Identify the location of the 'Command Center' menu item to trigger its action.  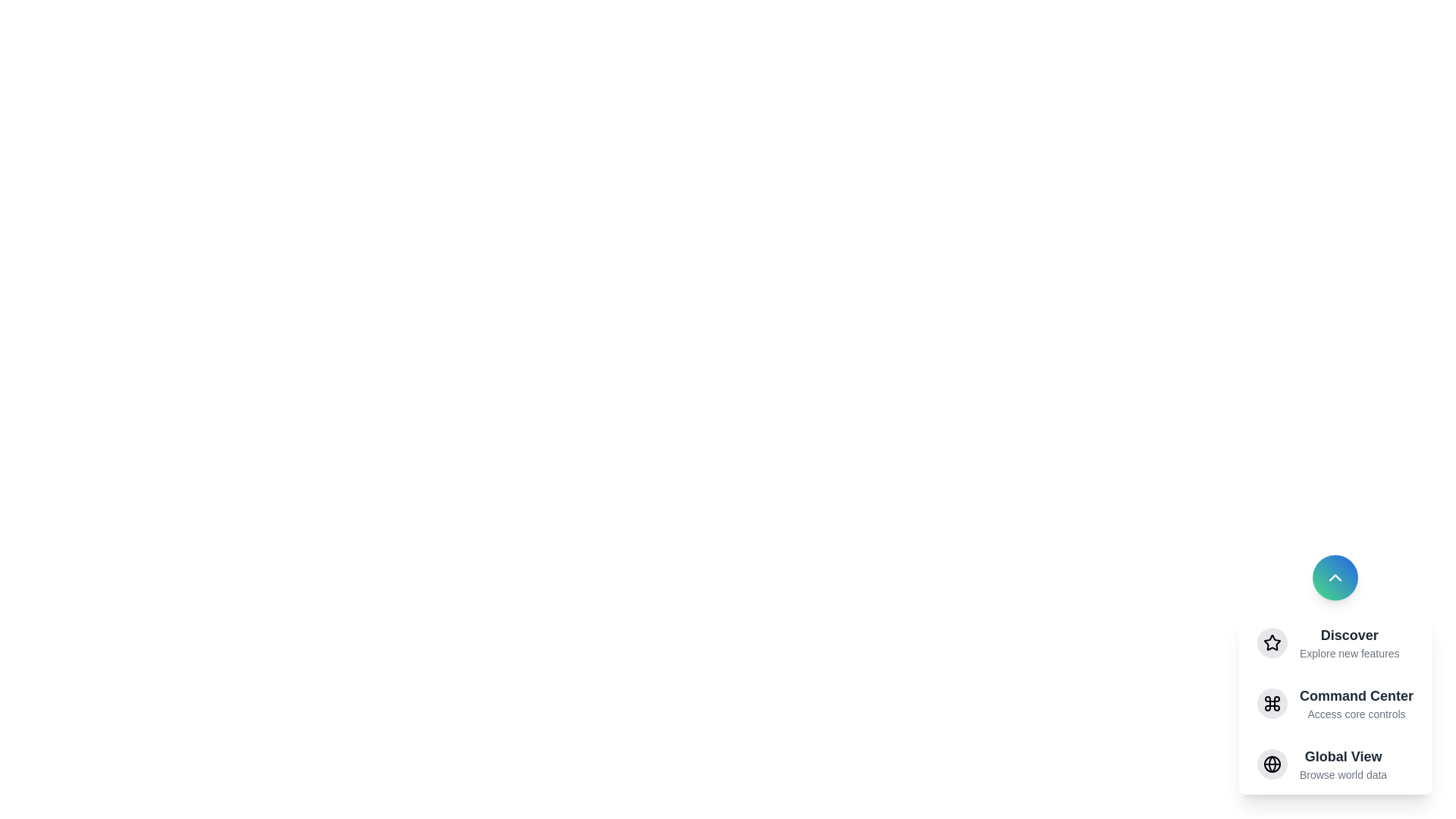
(1356, 704).